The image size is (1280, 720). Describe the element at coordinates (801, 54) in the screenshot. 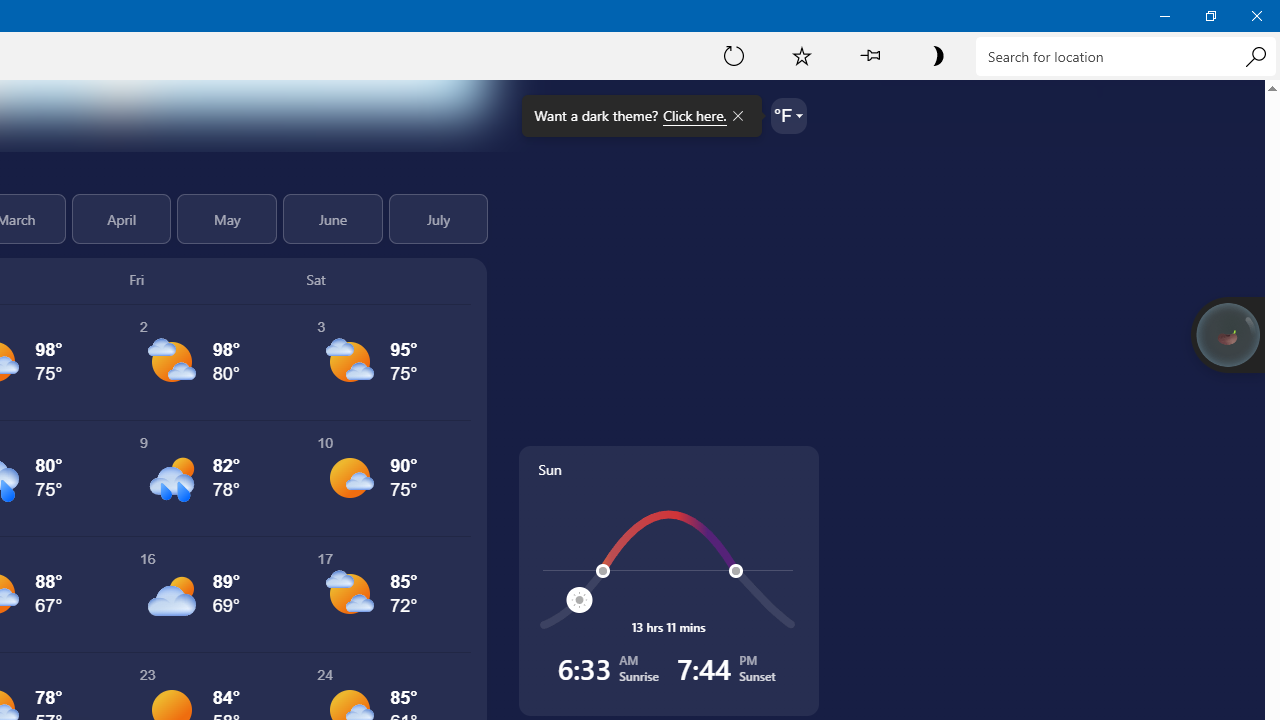

I see `'Add to Favorites'` at that location.